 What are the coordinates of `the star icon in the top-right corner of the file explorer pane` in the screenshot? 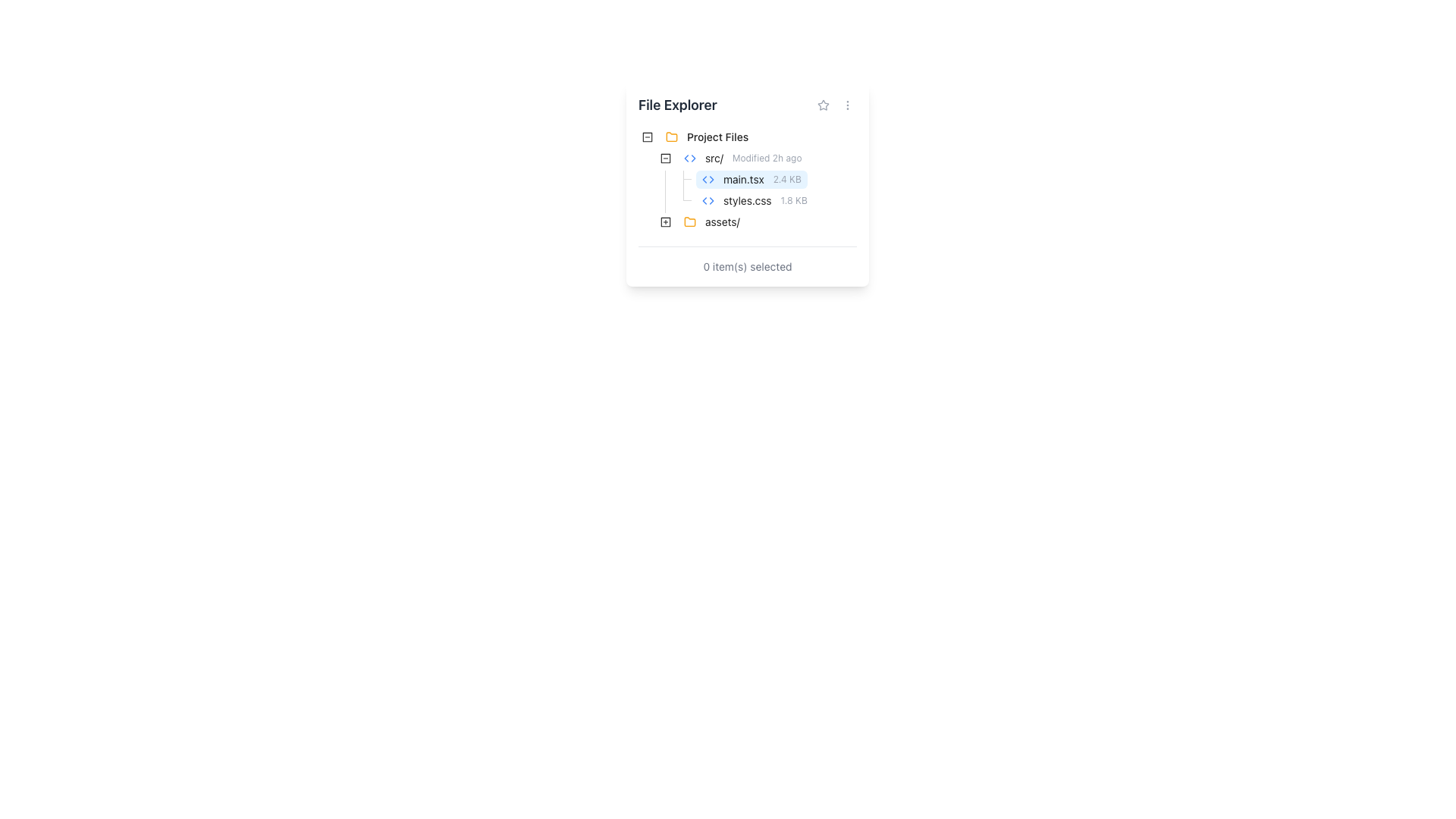 It's located at (822, 104).